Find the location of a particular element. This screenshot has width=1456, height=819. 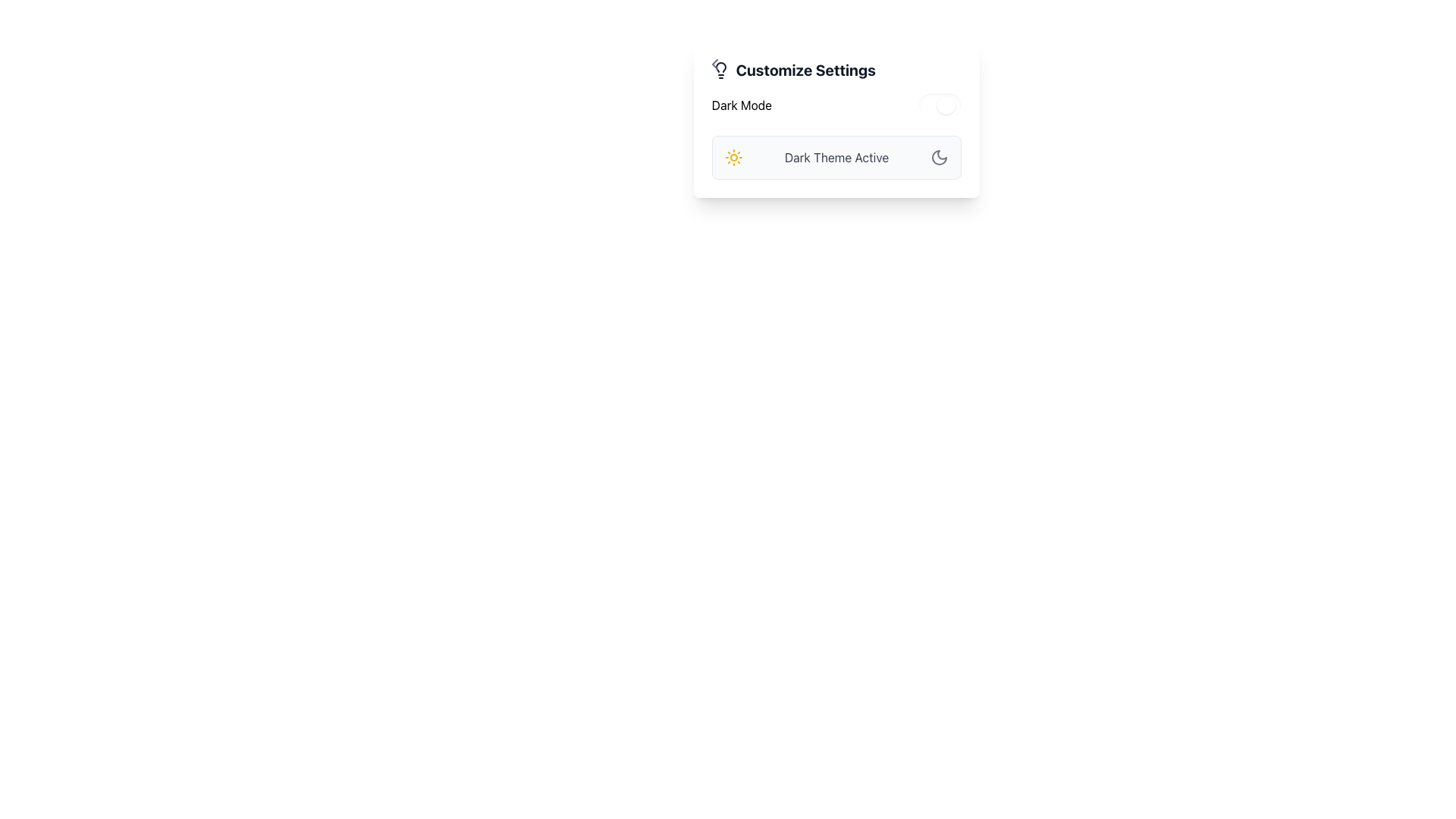

the left-pointing chevron arrow icon located at the top-left corner of the interface is located at coordinates (714, 63).